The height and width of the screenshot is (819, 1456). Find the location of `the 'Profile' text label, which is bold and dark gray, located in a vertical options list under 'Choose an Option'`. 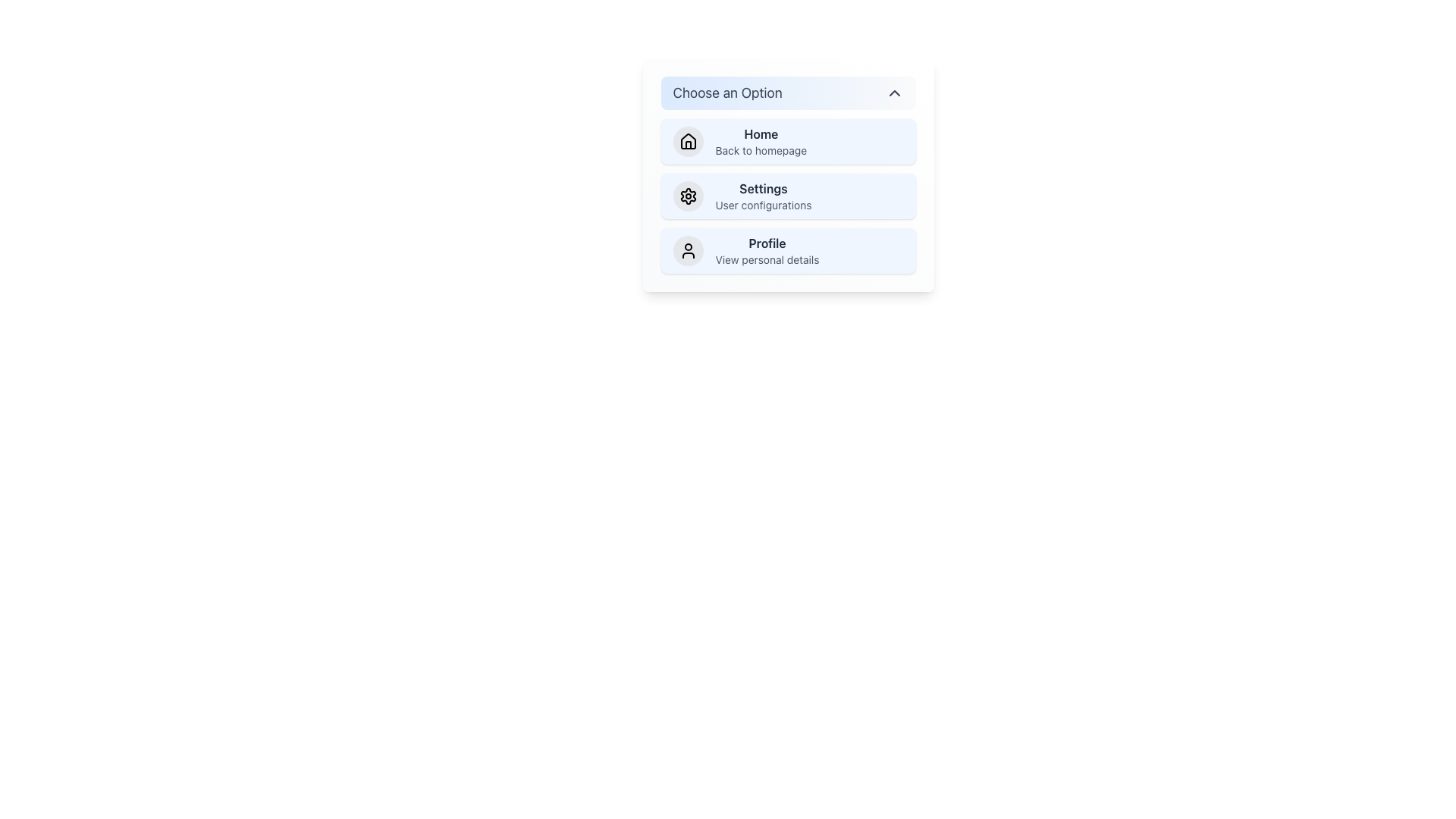

the 'Profile' text label, which is bold and dark gray, located in a vertical options list under 'Choose an Option' is located at coordinates (767, 242).